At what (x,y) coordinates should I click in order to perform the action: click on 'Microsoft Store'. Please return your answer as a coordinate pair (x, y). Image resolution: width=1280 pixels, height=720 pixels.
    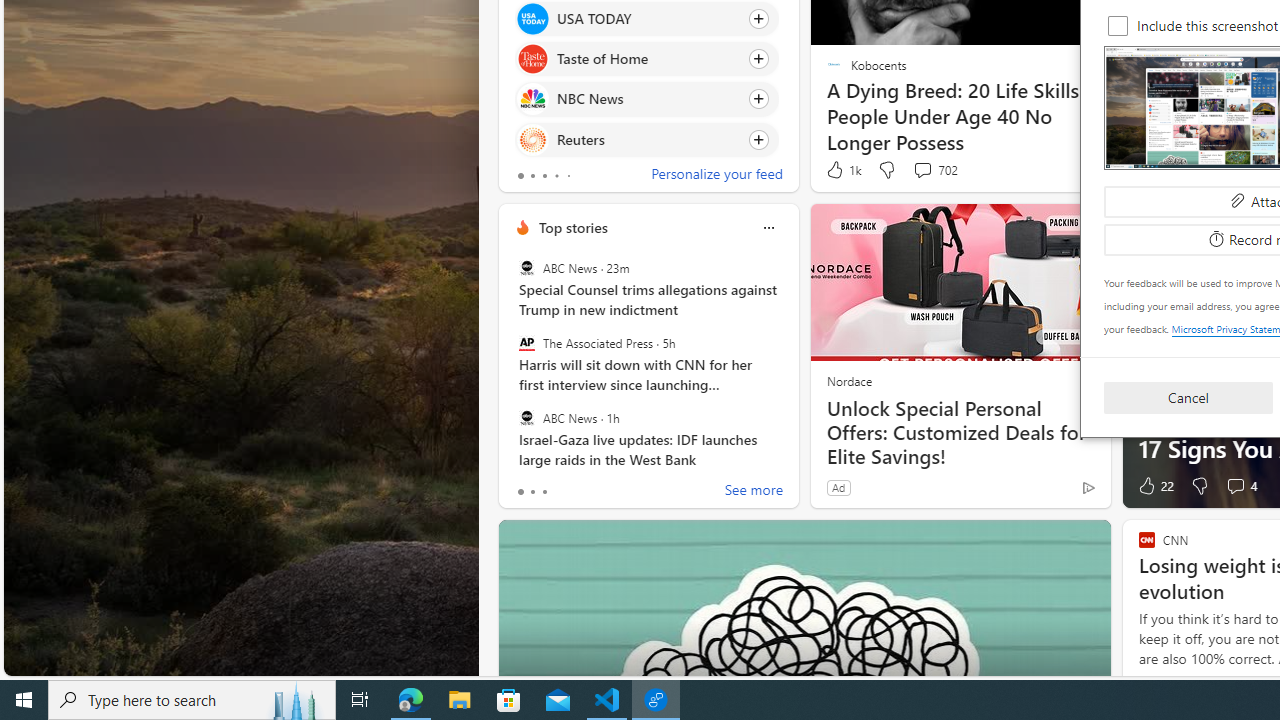
    Looking at the image, I should click on (509, 698).